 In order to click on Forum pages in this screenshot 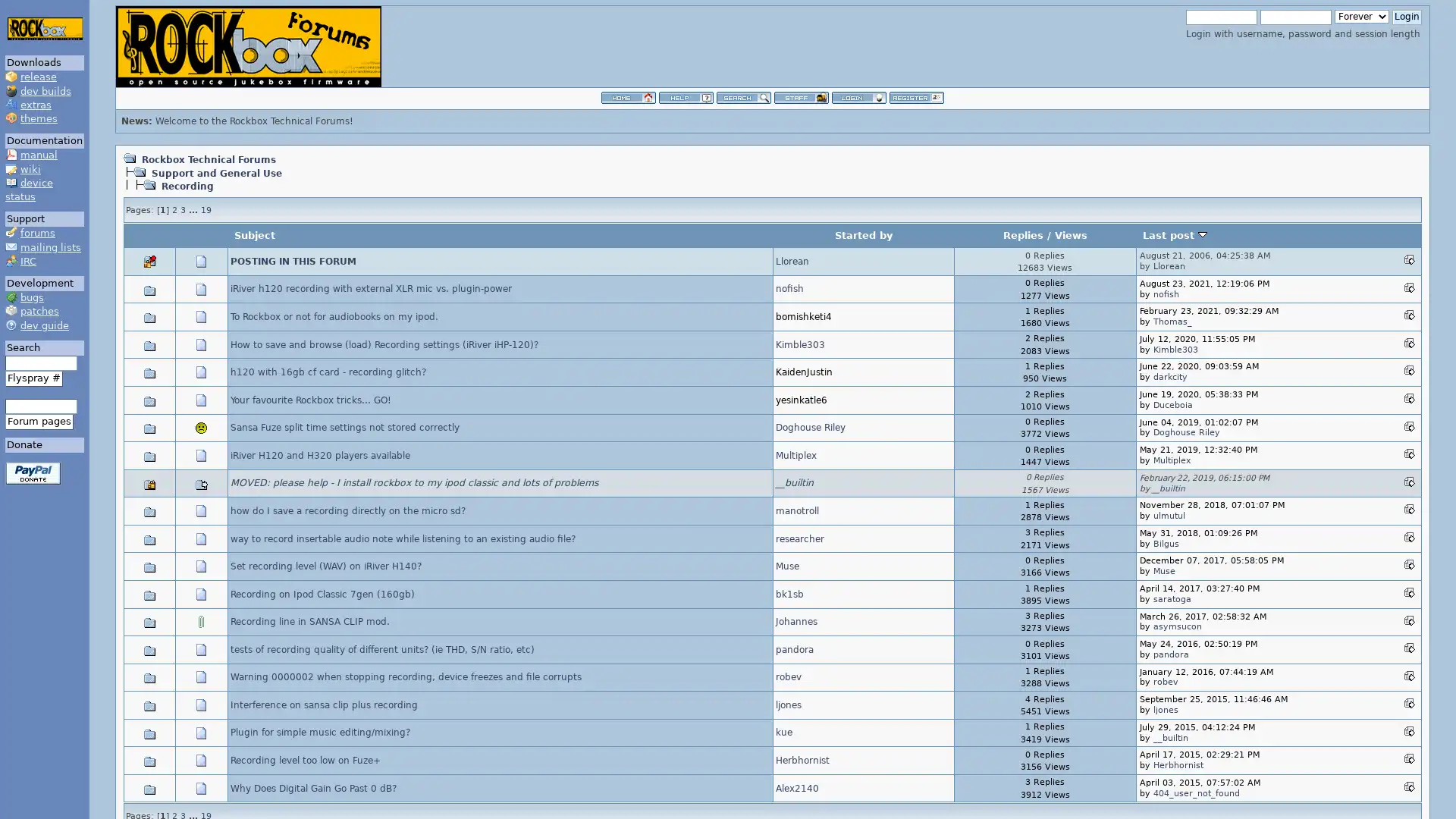, I will do `click(39, 421)`.